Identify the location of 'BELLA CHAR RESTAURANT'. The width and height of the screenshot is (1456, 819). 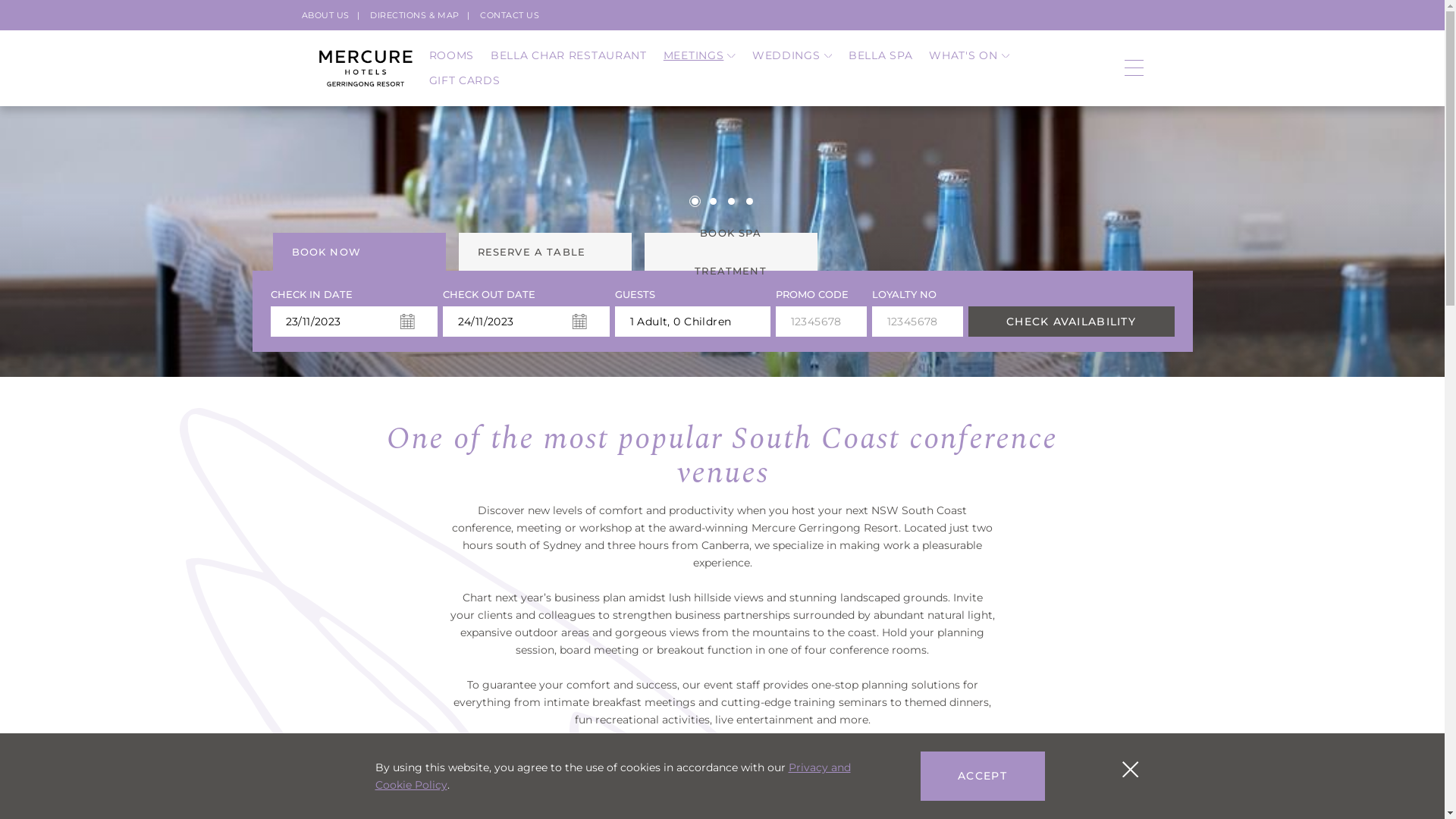
(491, 55).